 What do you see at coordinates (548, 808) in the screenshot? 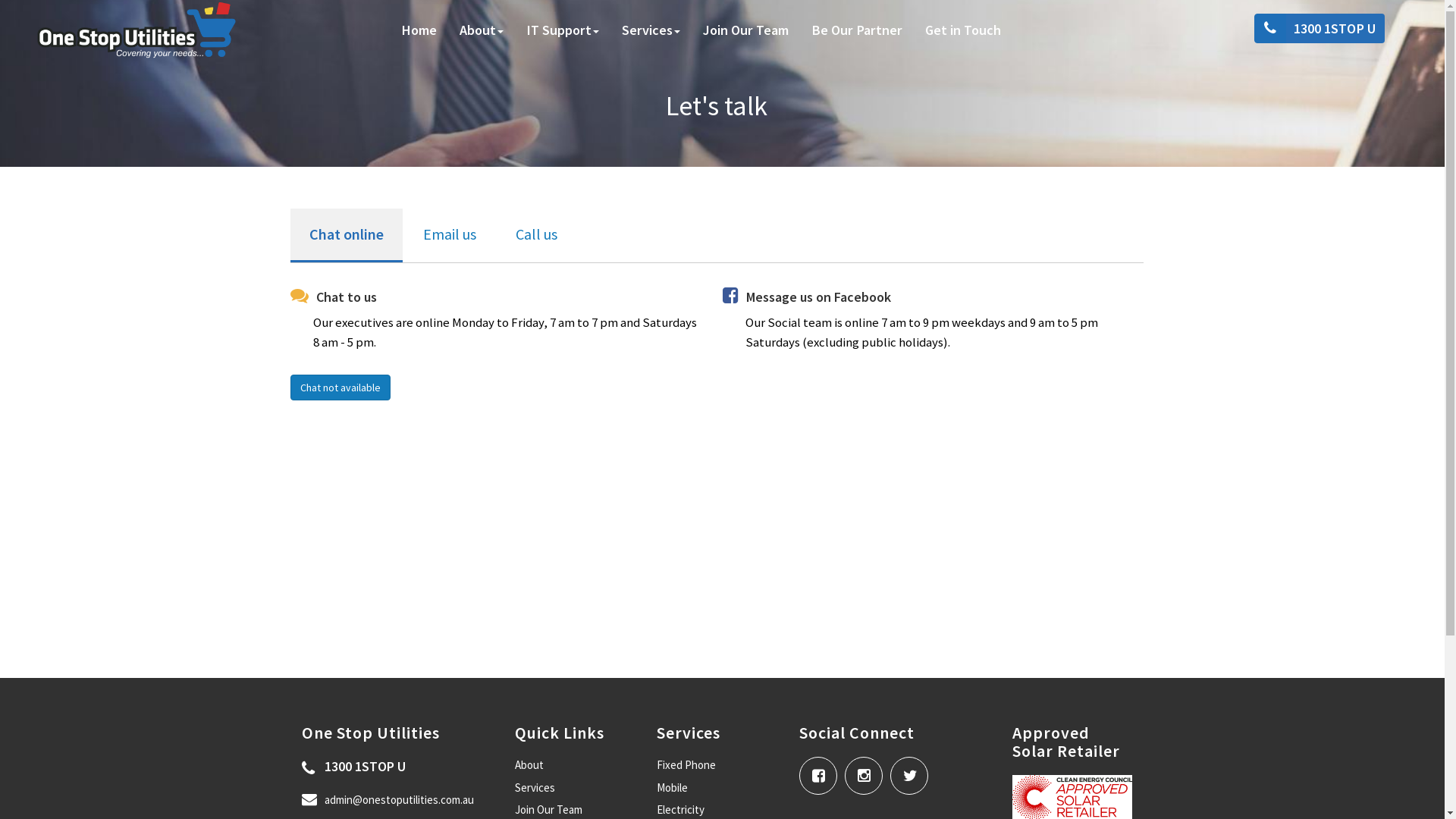
I see `'Join Our Team'` at bounding box center [548, 808].